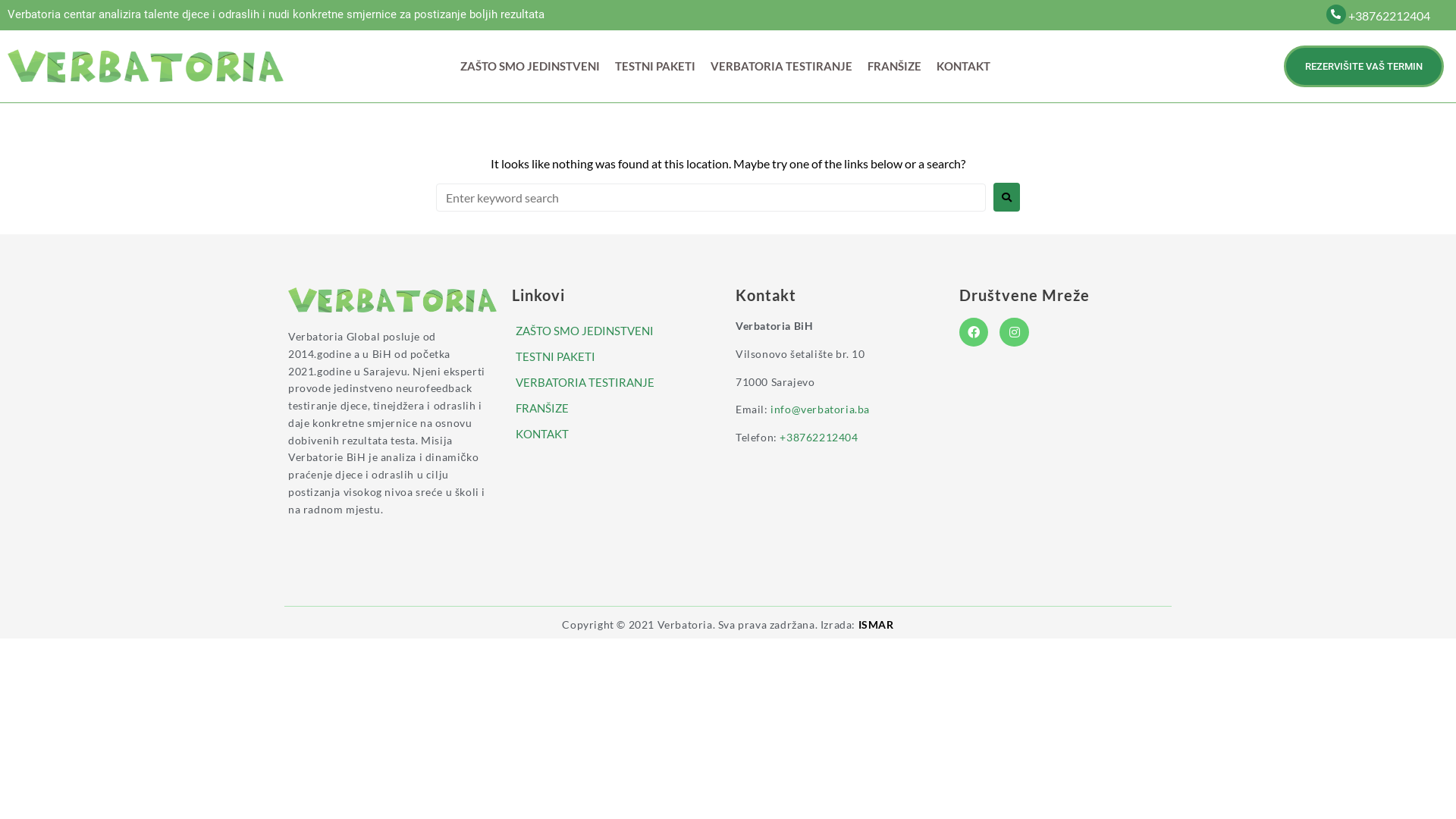 This screenshot has width=1456, height=819. Describe the element at coordinates (709, 65) in the screenshot. I see `'VERBATORIA TESTIRANJE'` at that location.